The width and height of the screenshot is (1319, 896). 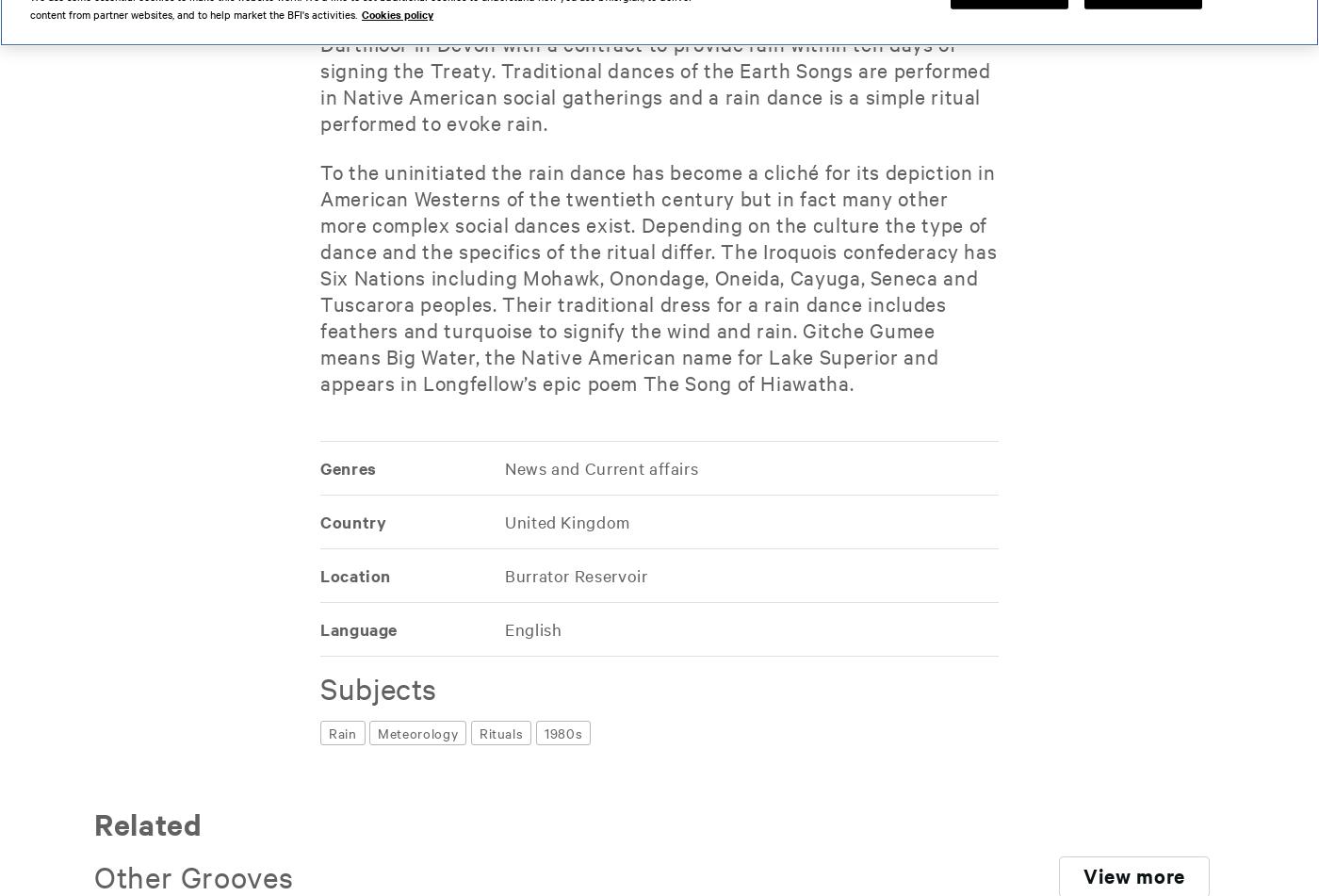 What do you see at coordinates (562, 732) in the screenshot?
I see `'1980s'` at bounding box center [562, 732].